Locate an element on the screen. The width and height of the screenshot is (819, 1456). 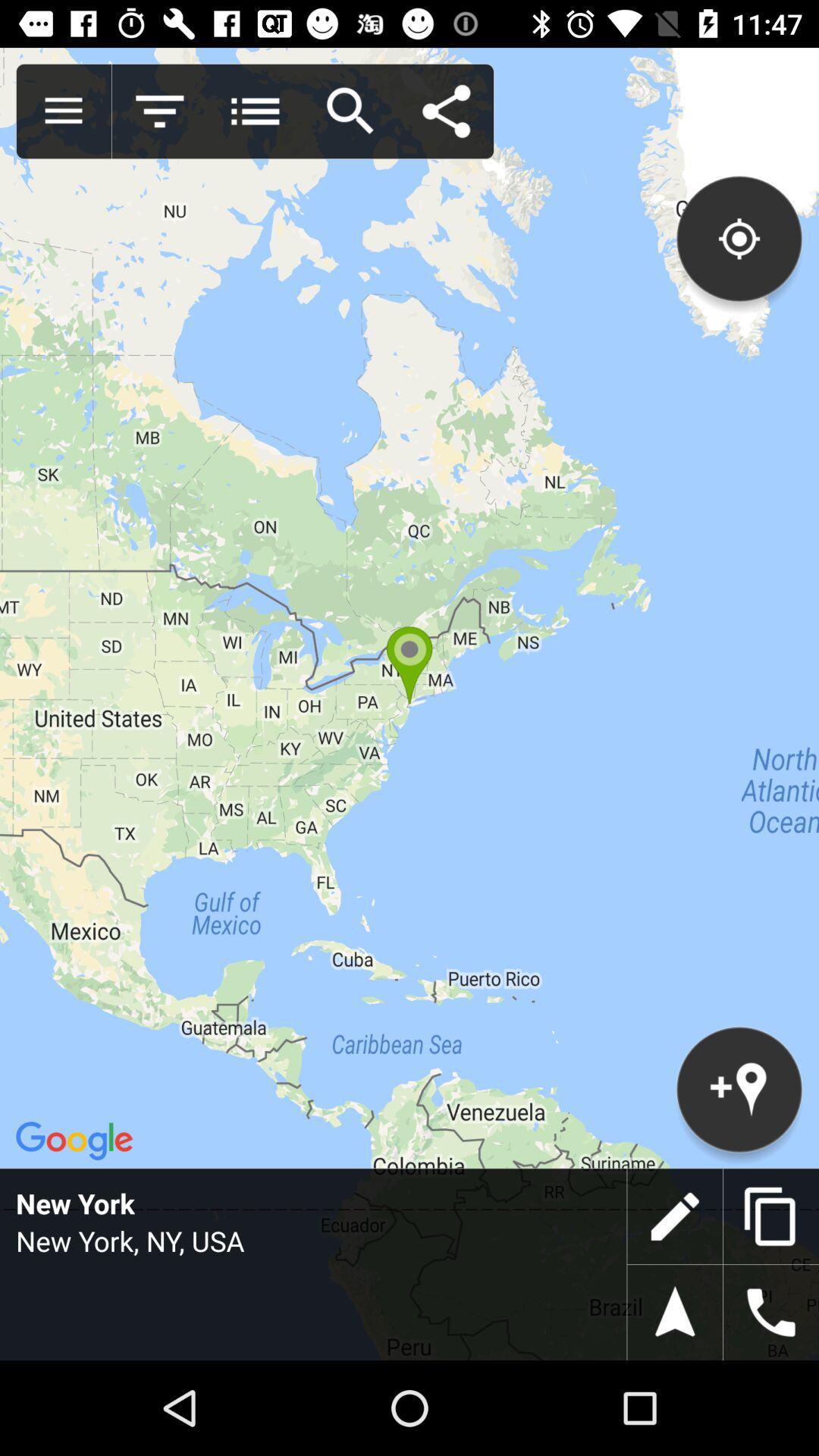
edit location is located at coordinates (674, 1216).